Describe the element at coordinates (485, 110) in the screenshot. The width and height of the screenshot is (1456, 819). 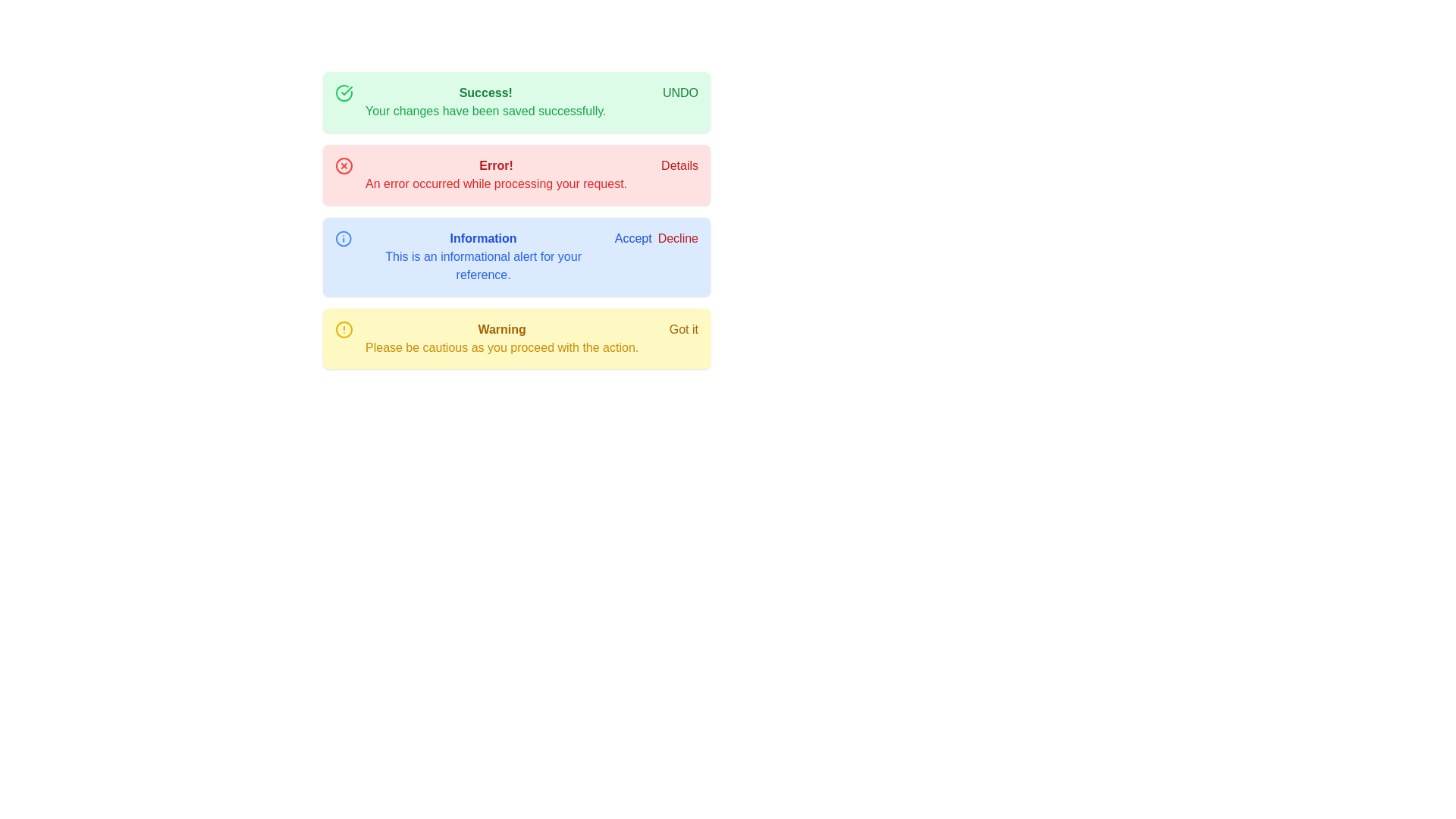
I see `message displayed in the text label that says 'Your changes have been saved successfully.' which is located in the green notification box beneath the title 'Success!'` at that location.